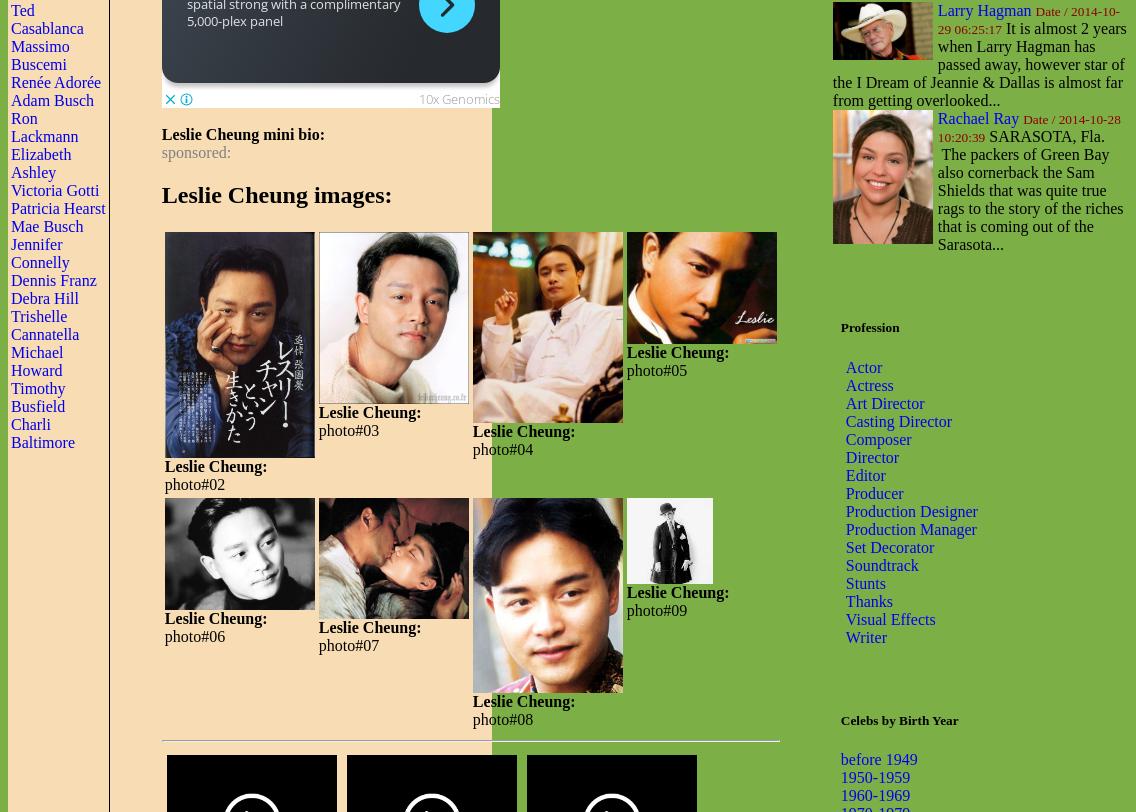  I want to click on 'Charli Baltimore', so click(11, 432).